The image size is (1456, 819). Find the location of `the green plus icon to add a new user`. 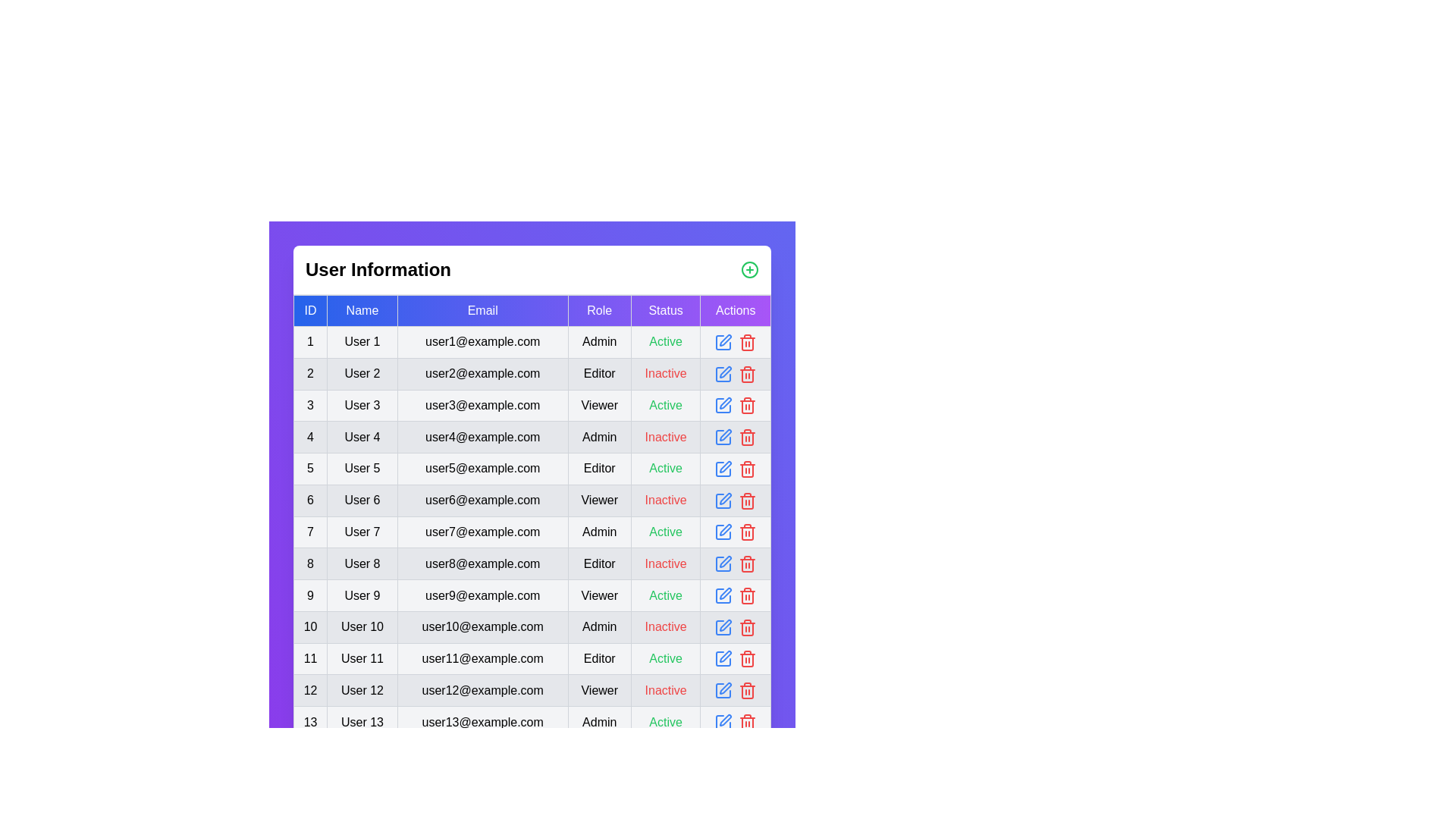

the green plus icon to add a new user is located at coordinates (749, 268).